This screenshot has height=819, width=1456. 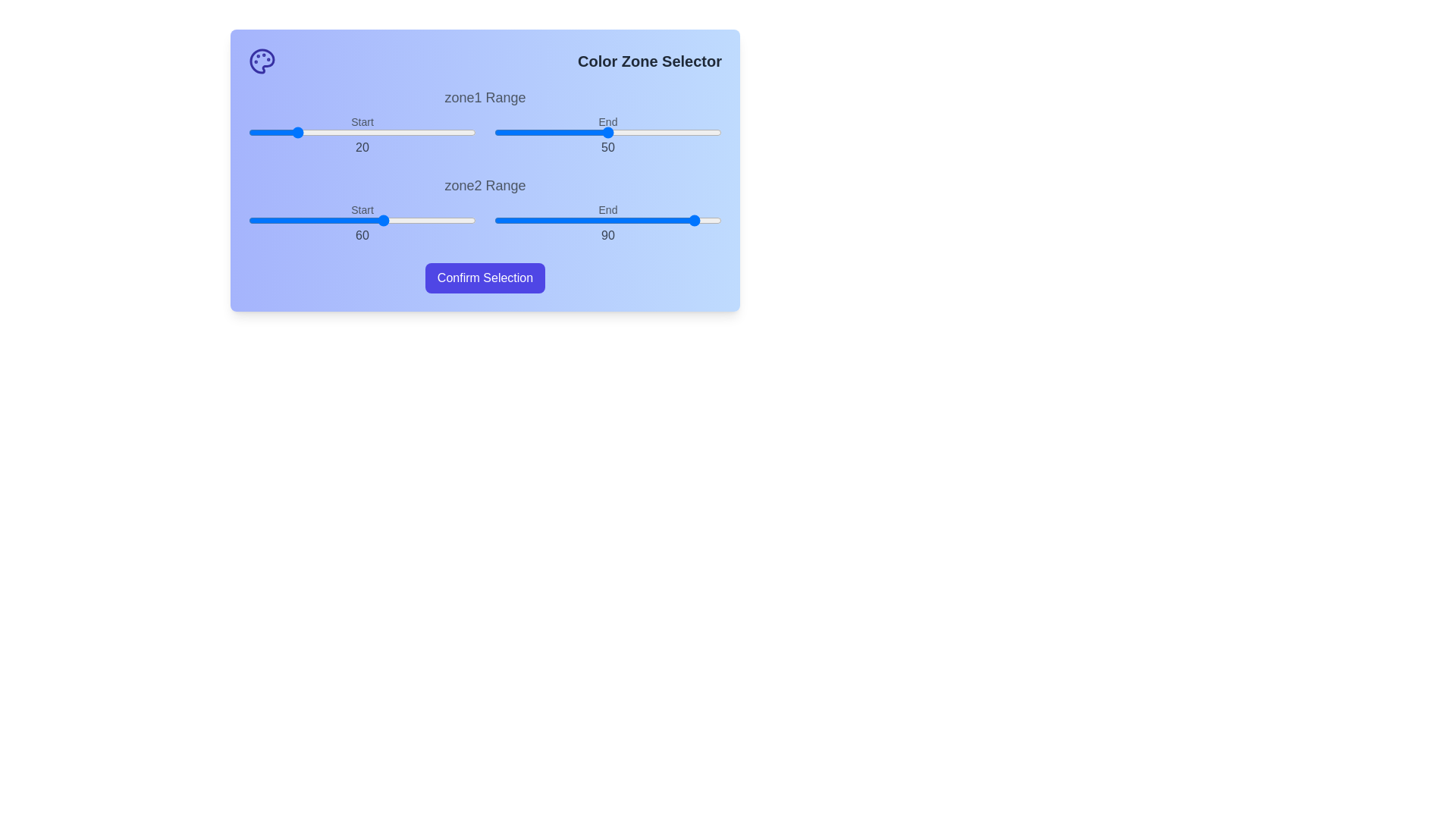 What do you see at coordinates (457, 220) in the screenshot?
I see `the start range slider for zone2 to 92` at bounding box center [457, 220].